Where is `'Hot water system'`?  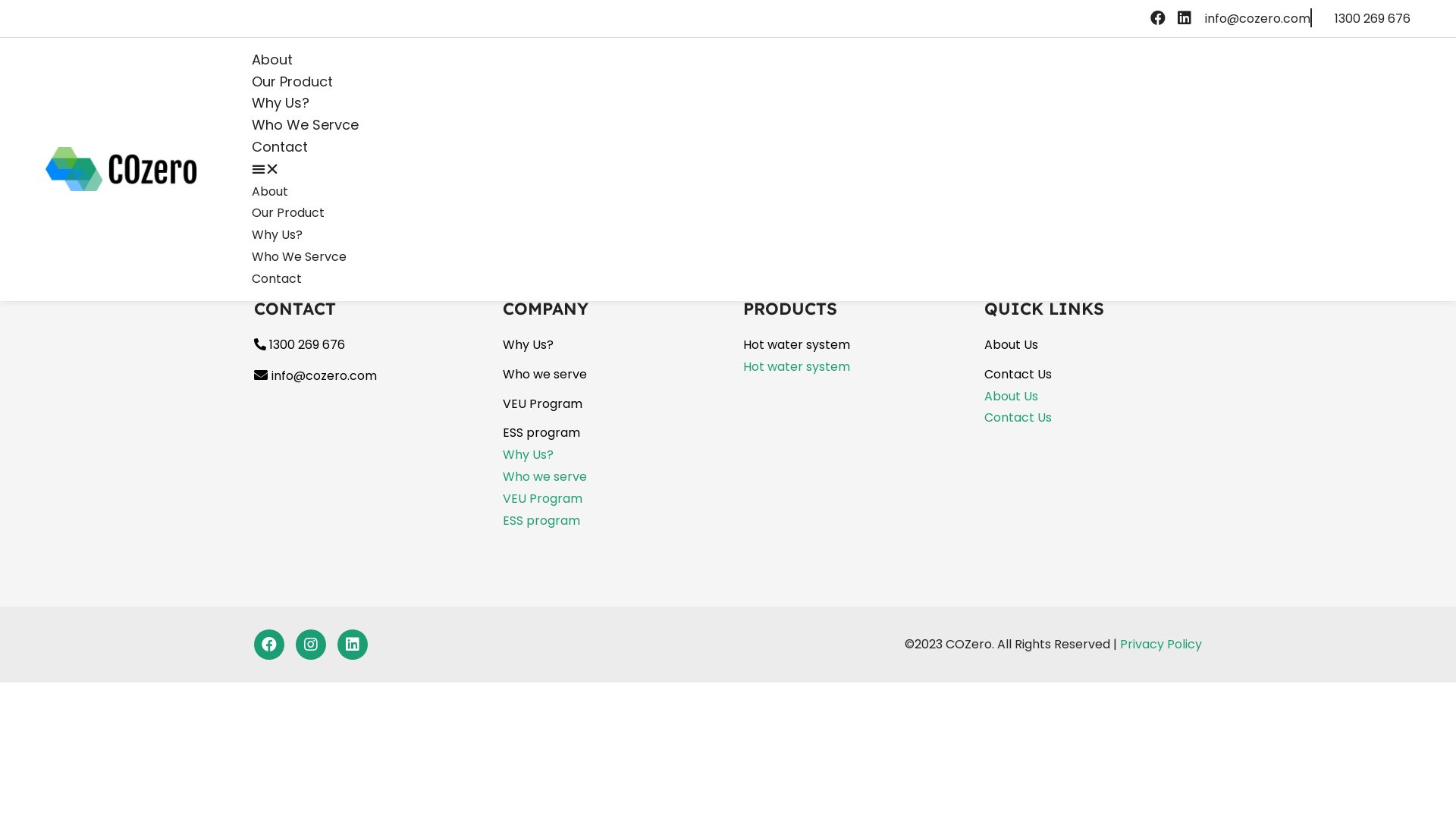 'Hot water system' is located at coordinates (795, 366).